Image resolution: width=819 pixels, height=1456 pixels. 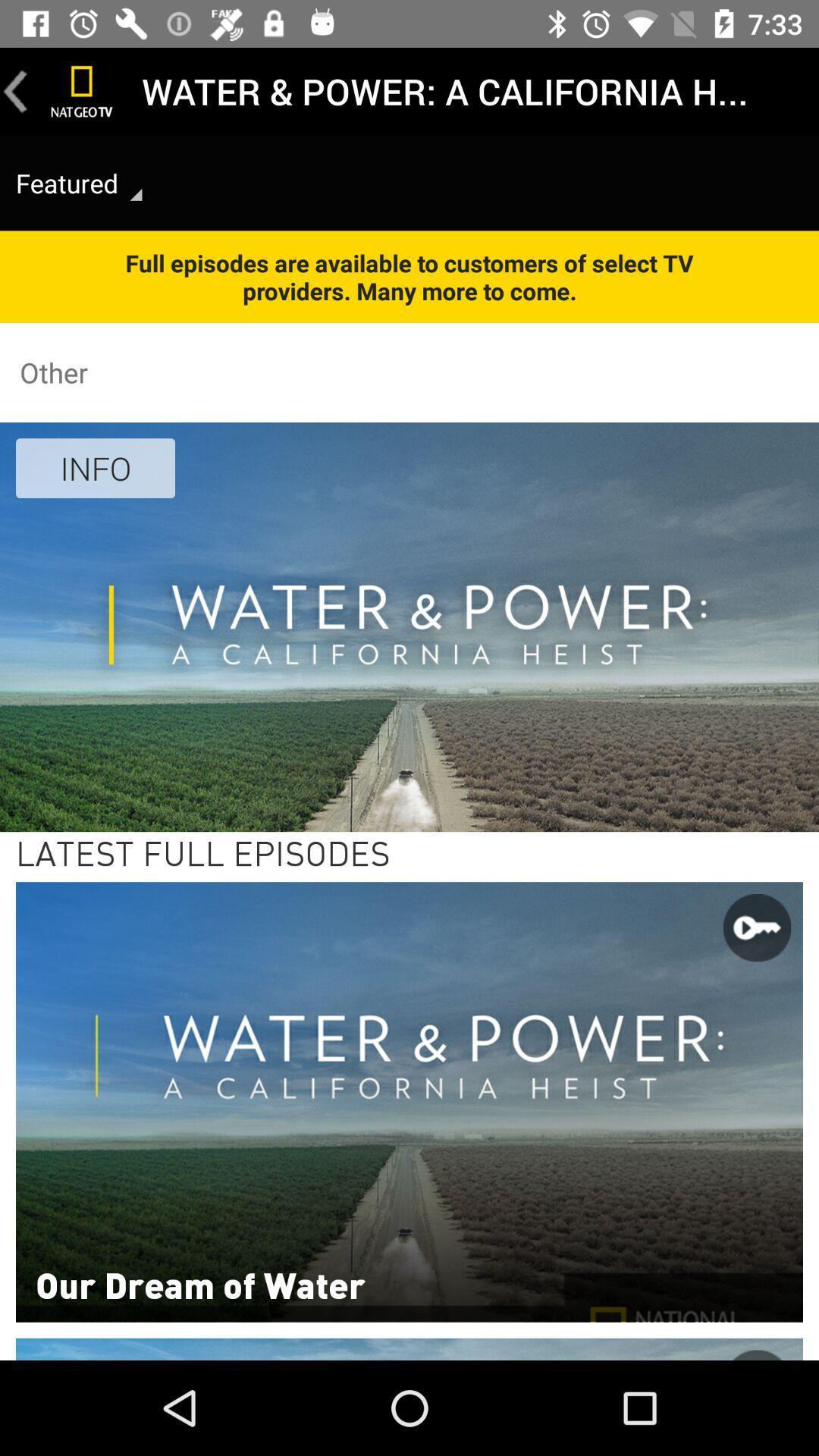 What do you see at coordinates (15, 90) in the screenshot?
I see `previous` at bounding box center [15, 90].